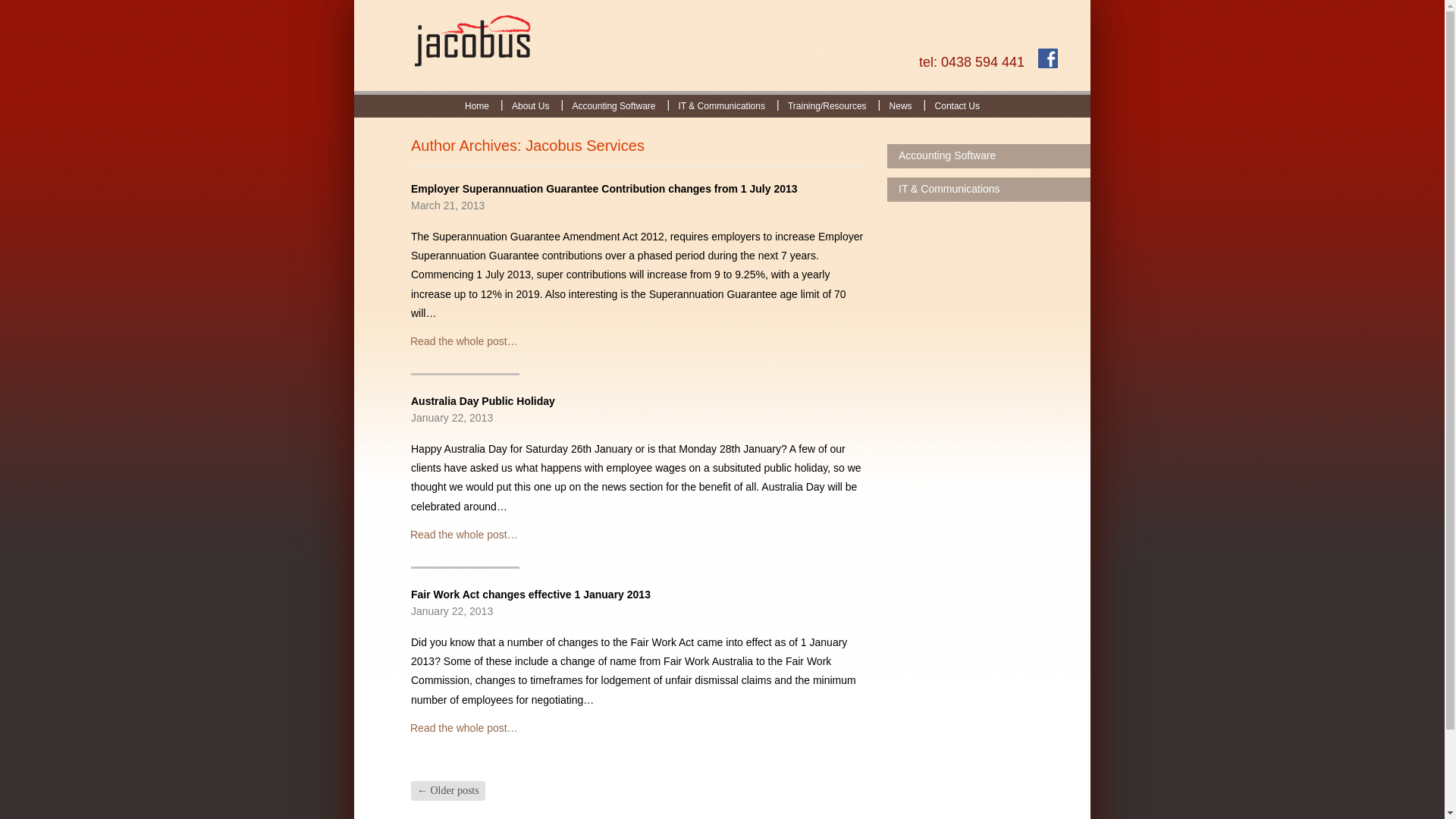 The width and height of the screenshot is (1456, 819). I want to click on 'Home', so click(475, 105).